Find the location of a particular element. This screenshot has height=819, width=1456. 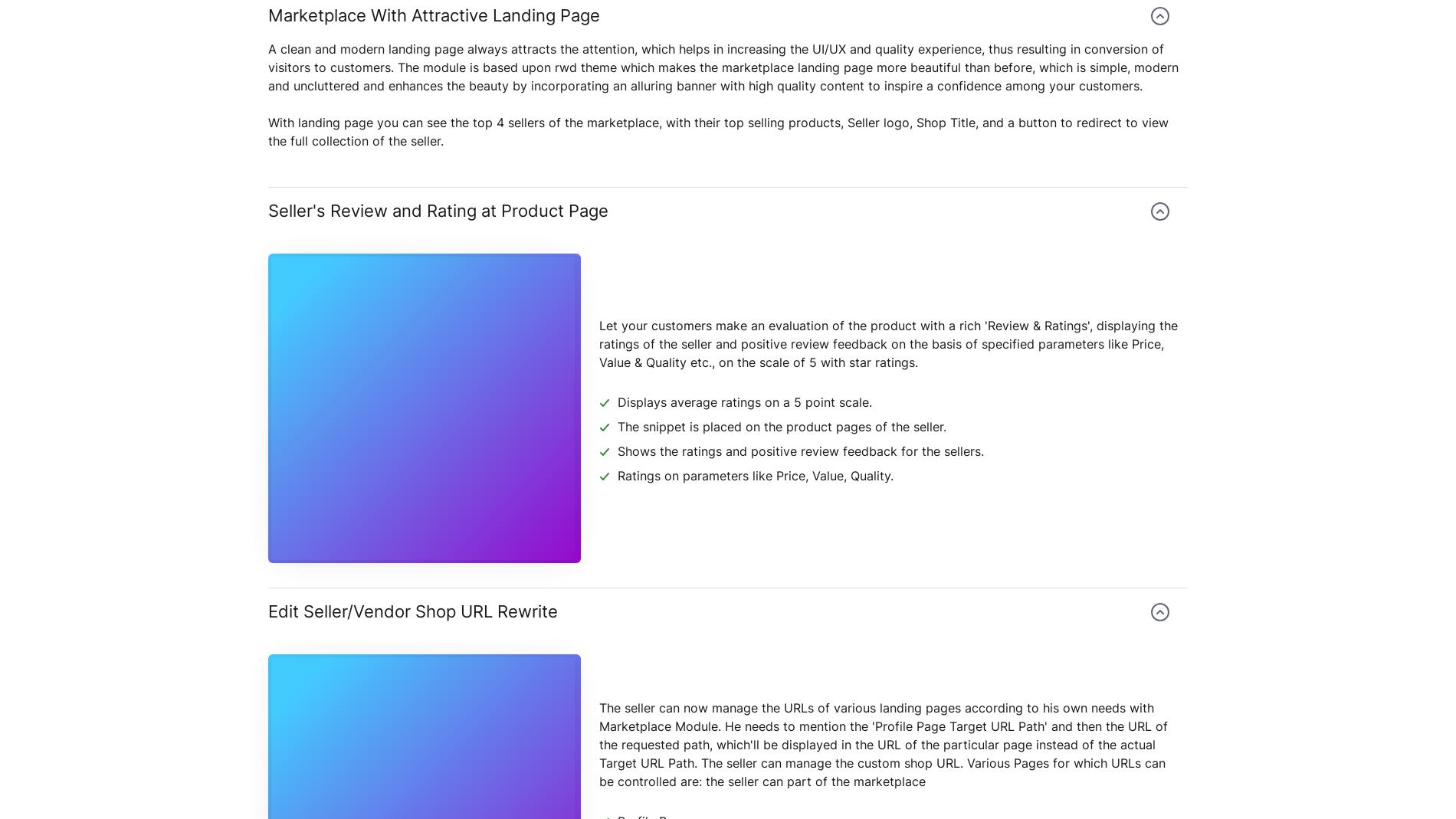

'A clean and modern landing page always attracts the attention, which helps in increasing the UI/UX and quality experience, thus resulting in conversion of visitors to customers. The module is based upon rwd theme which makes the marketplace landing page more beautiful than before, which is simple, modern and uncluttered and enhances the beauty by incorporating an alluring banner with high quality content to inspire a confidence among your customers.' is located at coordinates (722, 66).